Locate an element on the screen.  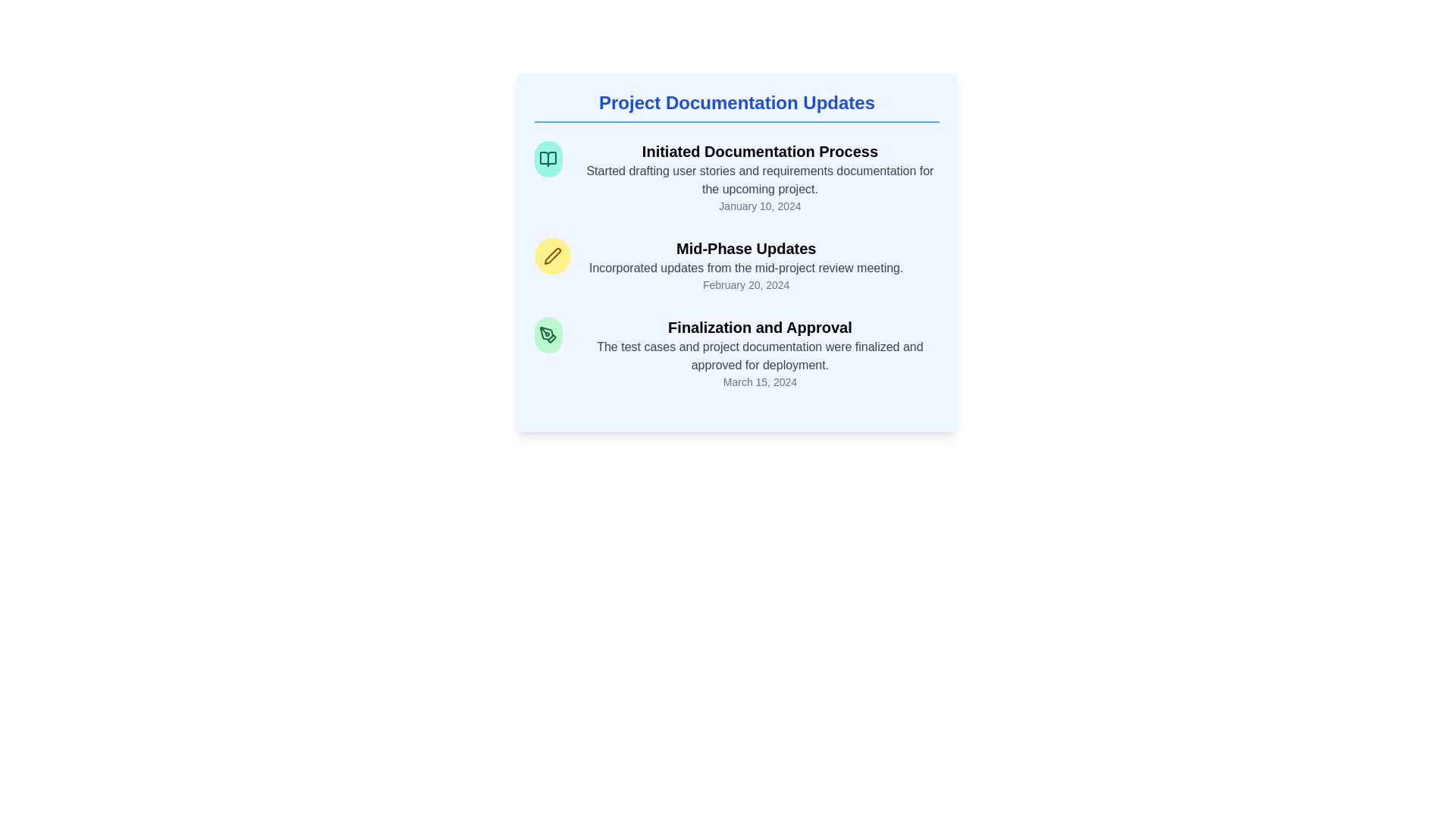
the Timeline entry block titled 'Finalization and Approval', which includes a description of finalization and approval of test cases and project documentation for deployment, and is visually represented with a green leaf icon is located at coordinates (736, 353).